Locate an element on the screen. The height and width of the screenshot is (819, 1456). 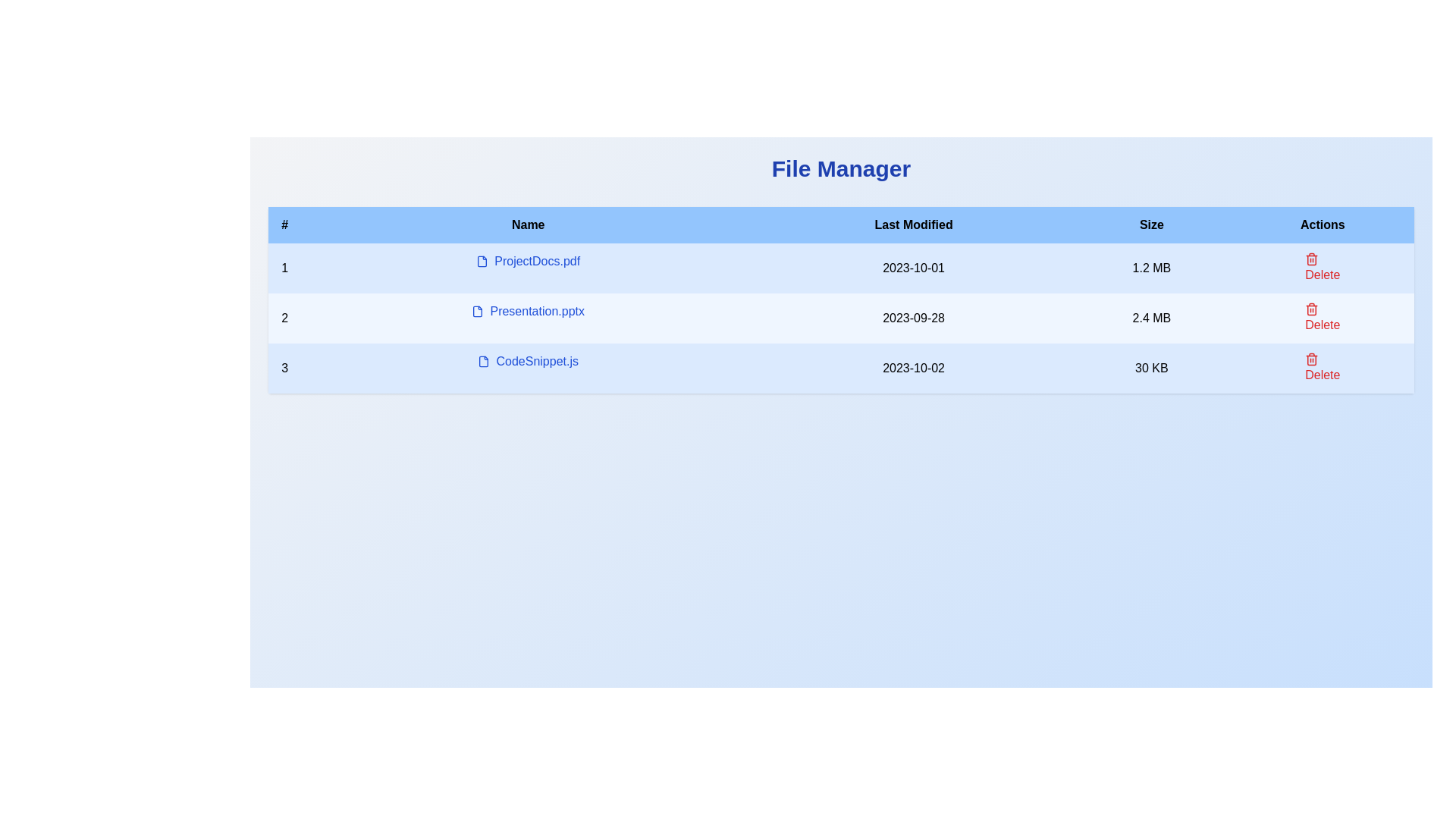
the static text element that displays the last modification date for the file 'Presentation.pptx' in the 'File Manager' interface is located at coordinates (913, 318).